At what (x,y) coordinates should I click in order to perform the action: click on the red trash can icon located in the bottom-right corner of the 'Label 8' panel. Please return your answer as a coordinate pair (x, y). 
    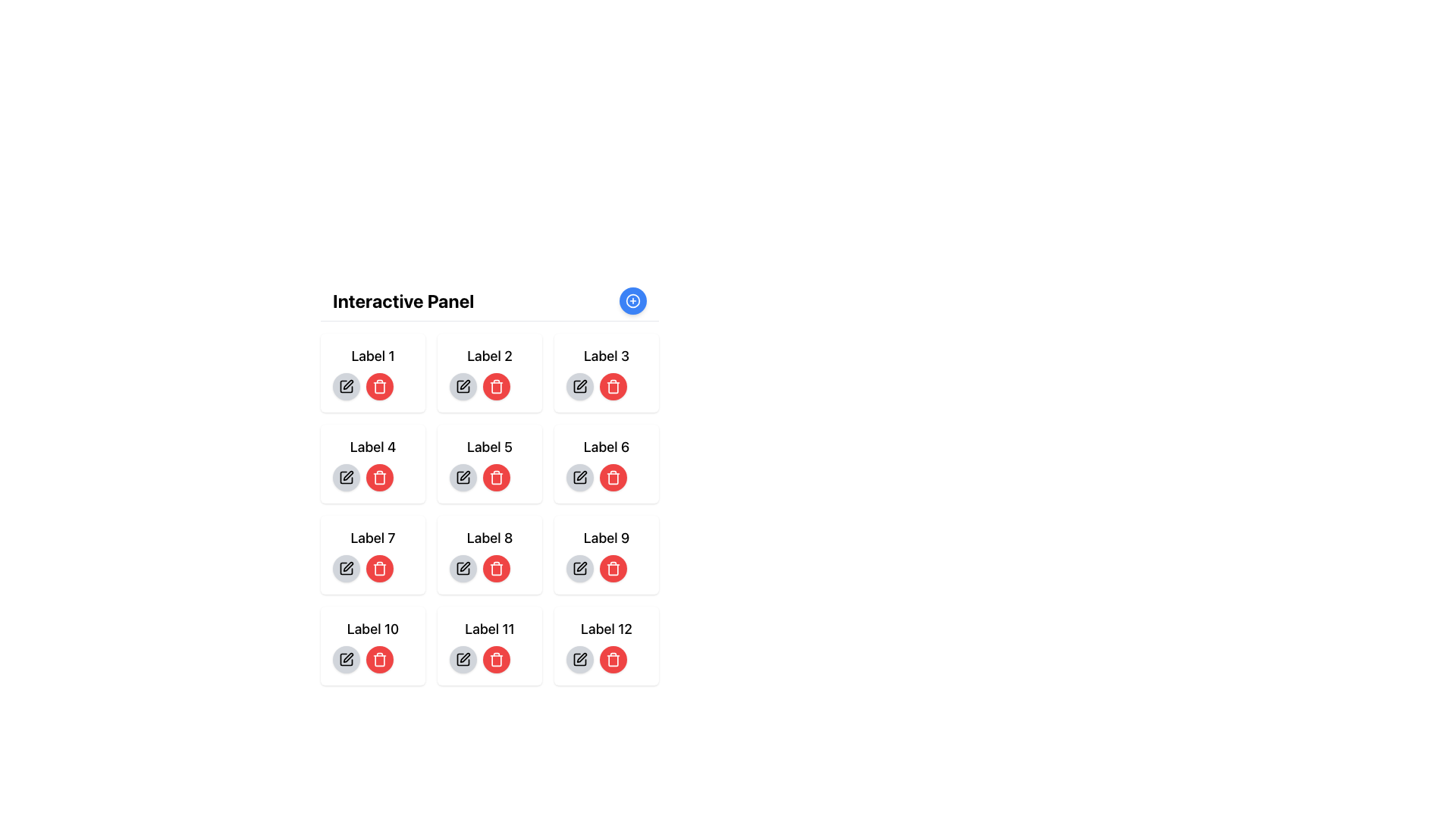
    Looking at the image, I should click on (613, 570).